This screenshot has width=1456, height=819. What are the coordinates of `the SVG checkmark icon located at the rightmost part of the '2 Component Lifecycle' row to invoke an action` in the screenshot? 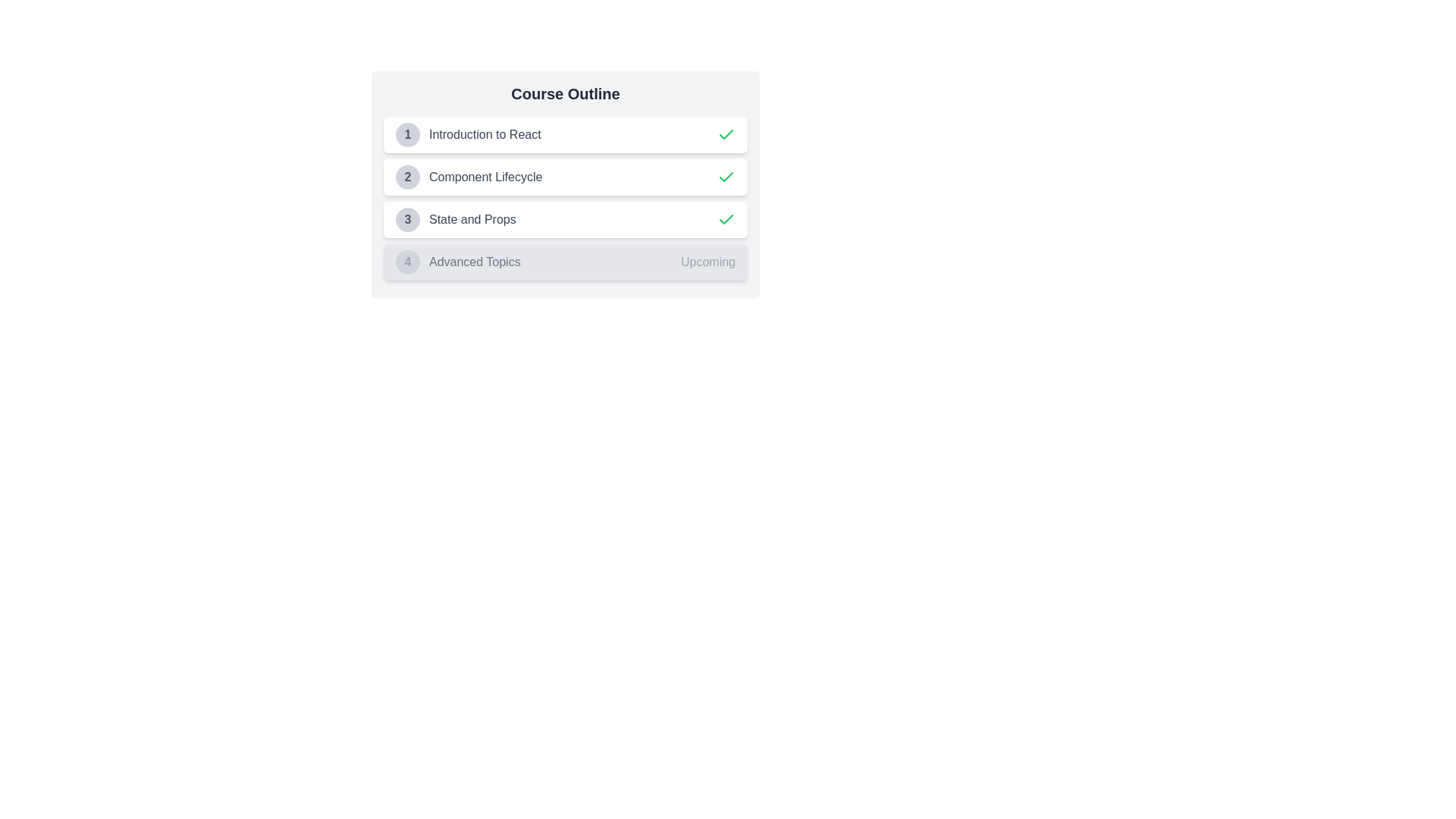 It's located at (726, 177).